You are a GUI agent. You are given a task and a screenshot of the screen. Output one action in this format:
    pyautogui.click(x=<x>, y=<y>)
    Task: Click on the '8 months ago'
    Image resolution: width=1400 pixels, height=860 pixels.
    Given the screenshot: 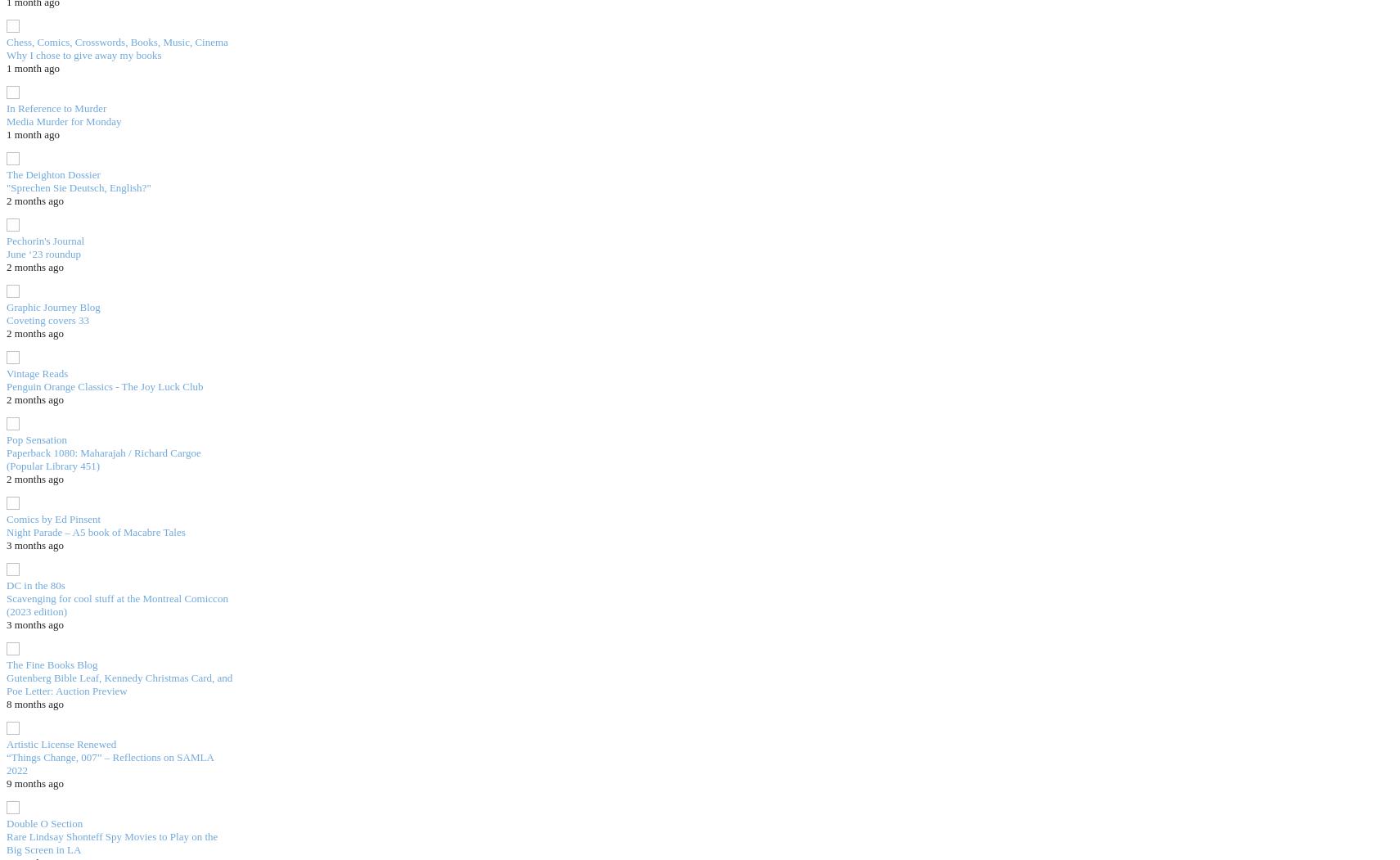 What is the action you would take?
    pyautogui.click(x=34, y=702)
    